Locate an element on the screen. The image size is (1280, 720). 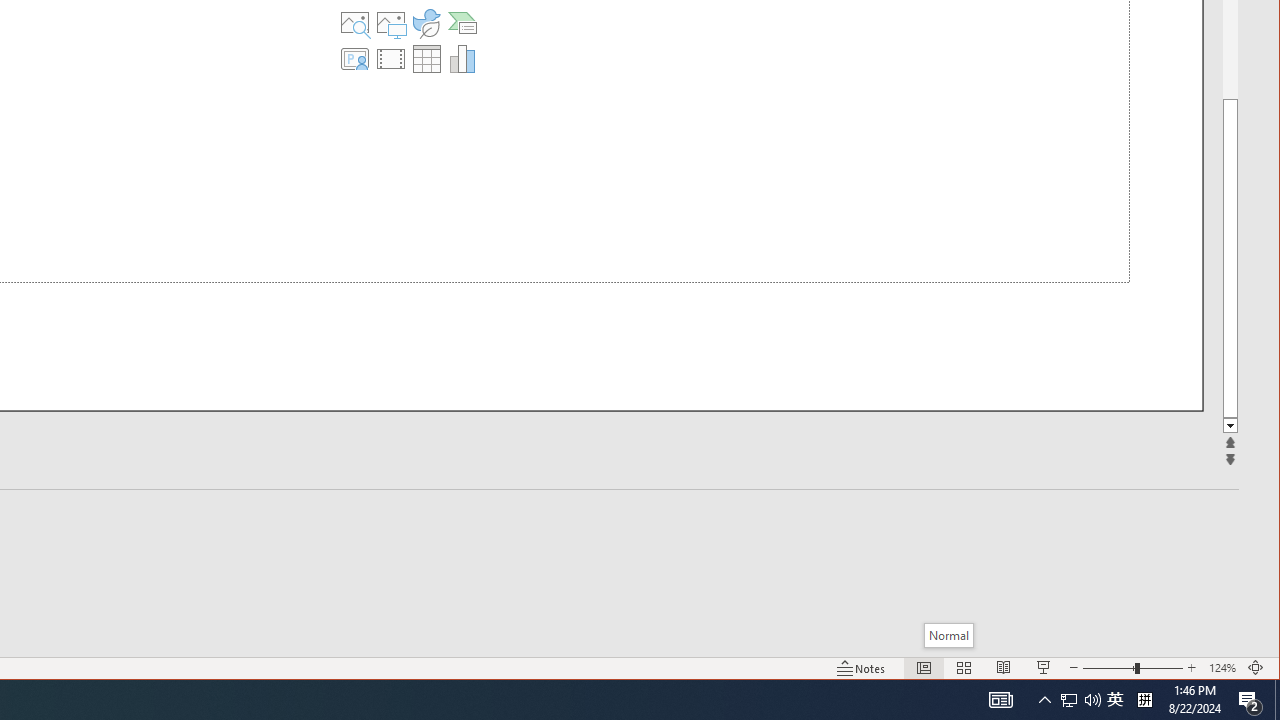
'Insert Video' is located at coordinates (391, 58).